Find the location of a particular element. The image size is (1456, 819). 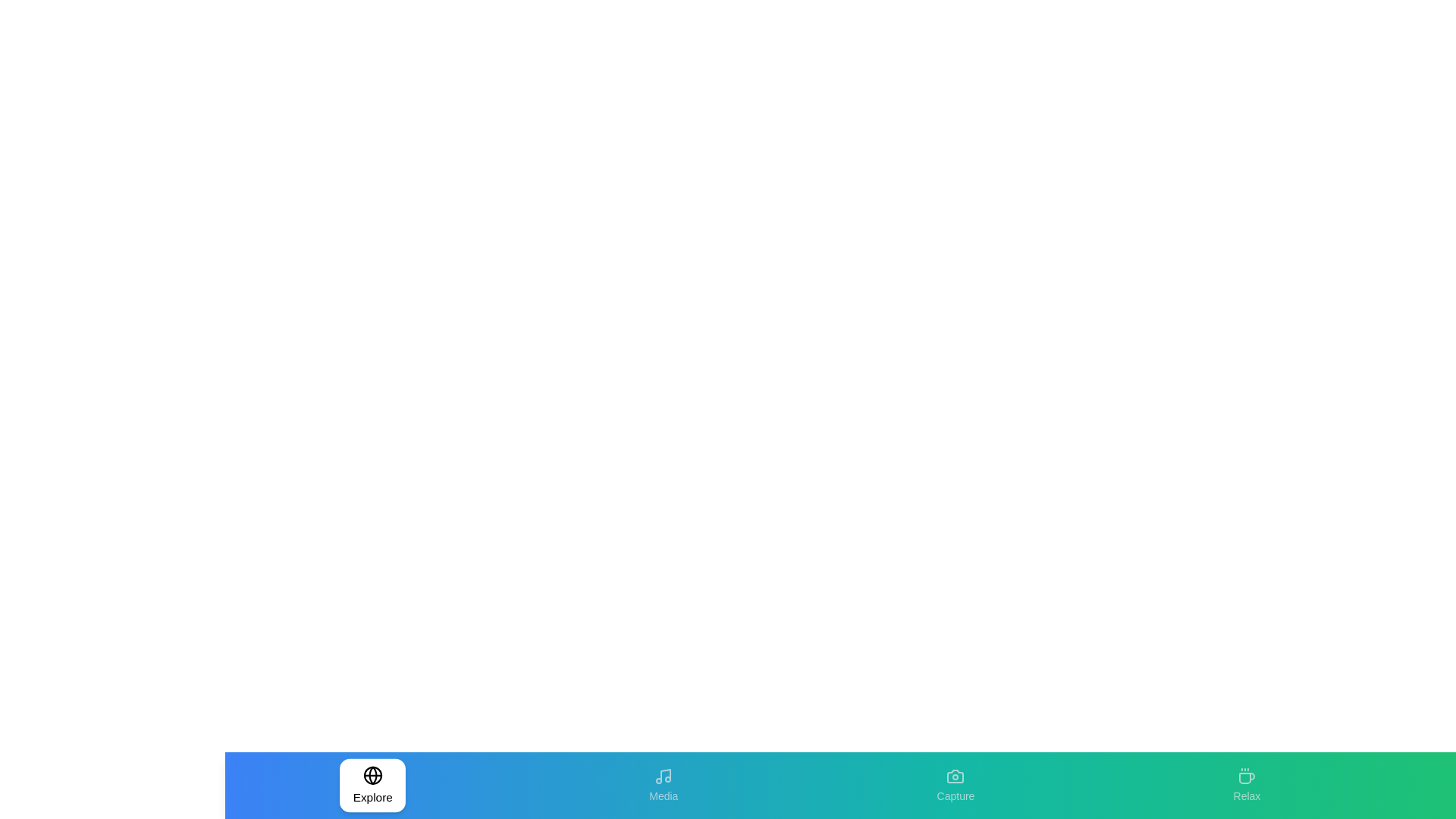

the Capture tab to observe its visual feedback is located at coordinates (954, 785).